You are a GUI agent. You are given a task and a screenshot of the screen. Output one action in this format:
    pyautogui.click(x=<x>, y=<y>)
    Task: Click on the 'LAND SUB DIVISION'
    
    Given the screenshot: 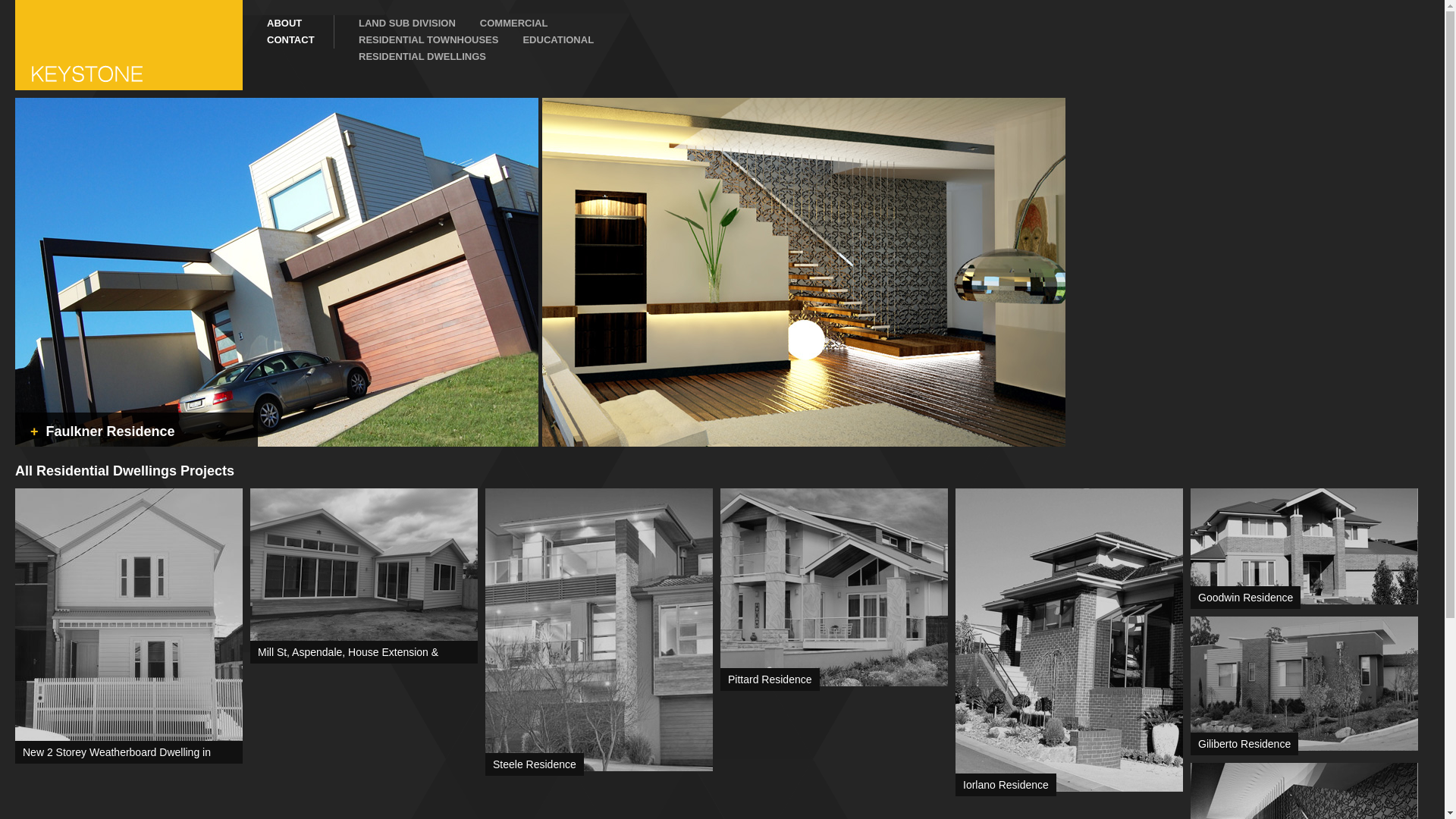 What is the action you would take?
    pyautogui.click(x=395, y=23)
    